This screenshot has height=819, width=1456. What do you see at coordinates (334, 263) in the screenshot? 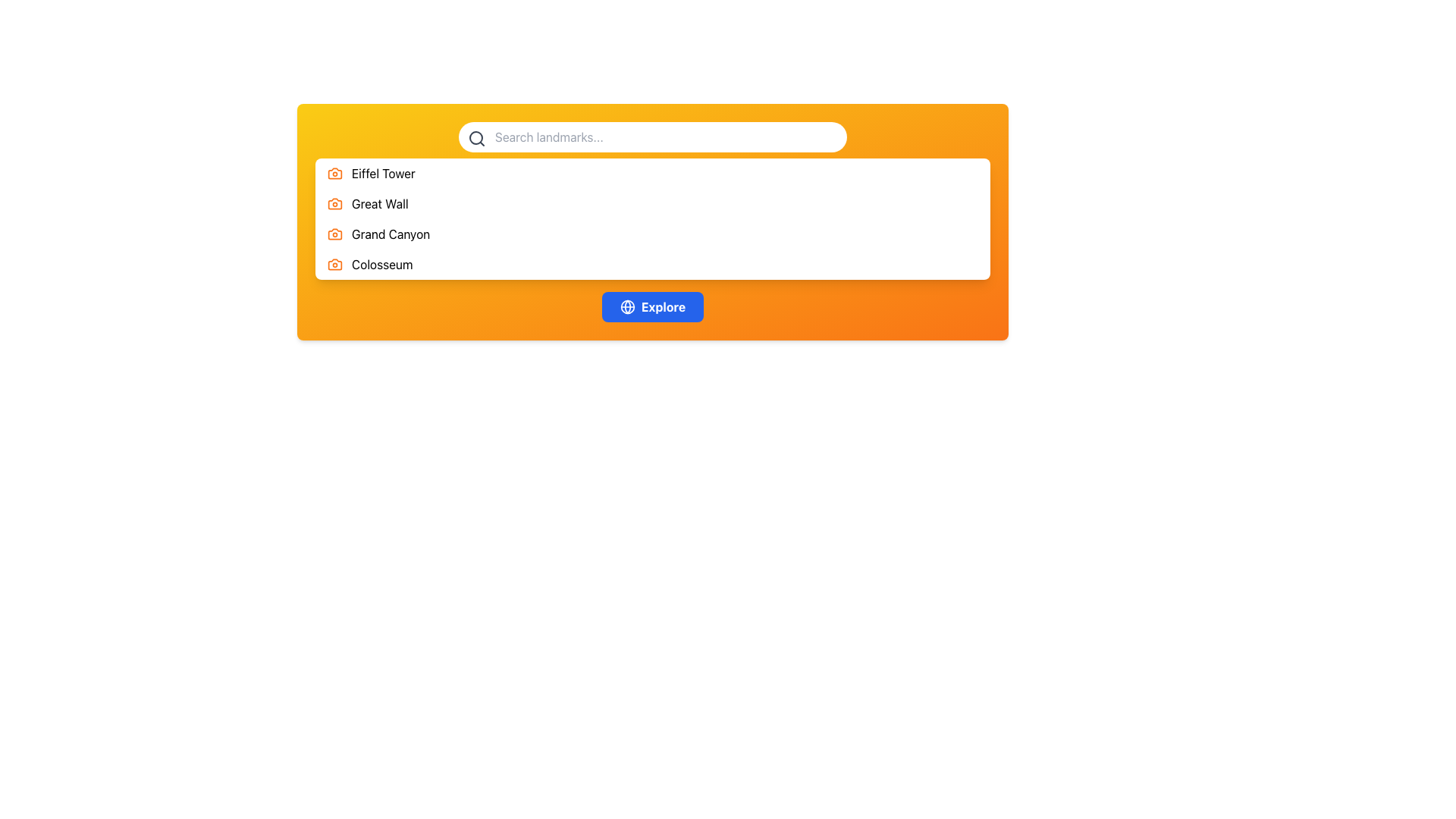
I see `camera icon, which is visually represented by an orange square-like body with a bulge at the top, located next to the 'Colosseum' label as the fourth item in the list` at bounding box center [334, 263].